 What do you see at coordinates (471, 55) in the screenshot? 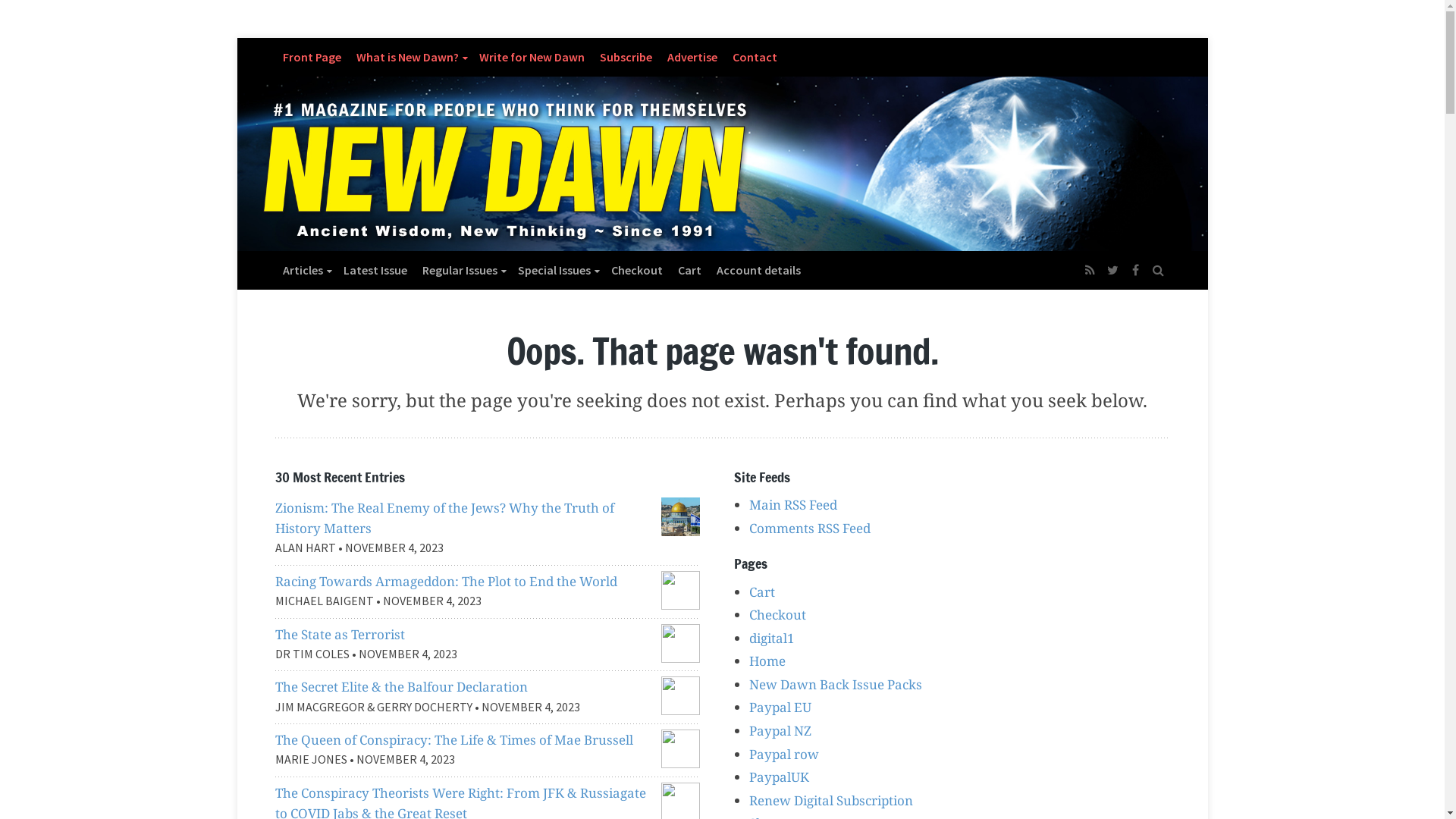
I see `'Write for New Dawn'` at bounding box center [471, 55].